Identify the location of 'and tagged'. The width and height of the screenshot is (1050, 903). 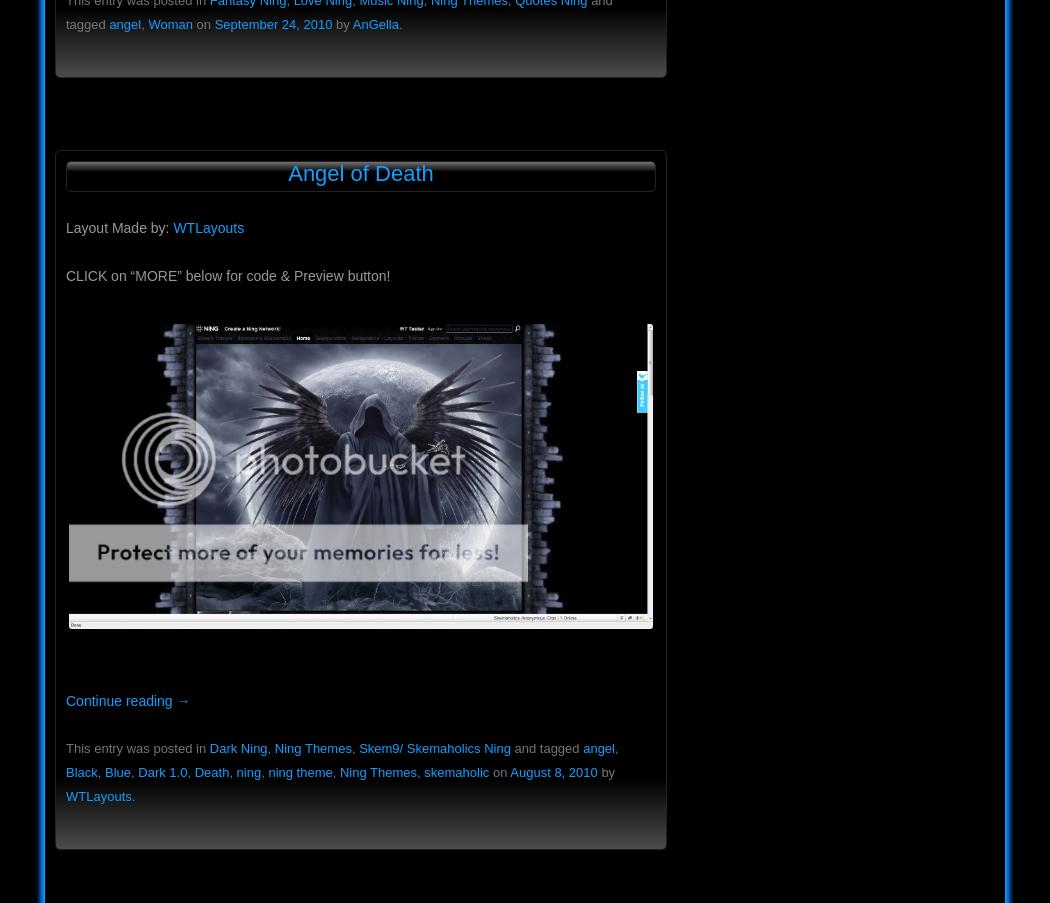
(546, 748).